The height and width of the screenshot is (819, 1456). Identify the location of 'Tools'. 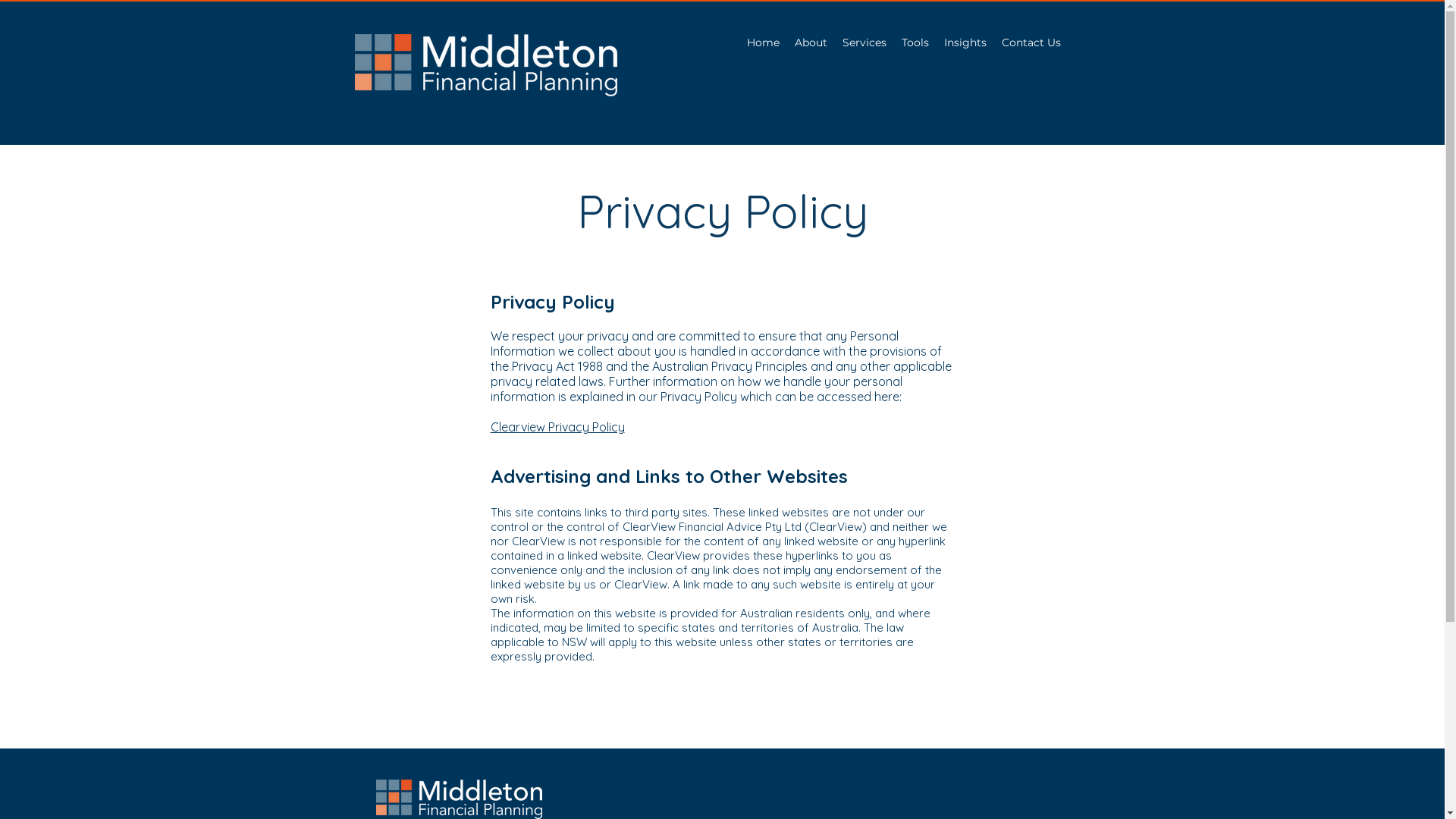
(893, 42).